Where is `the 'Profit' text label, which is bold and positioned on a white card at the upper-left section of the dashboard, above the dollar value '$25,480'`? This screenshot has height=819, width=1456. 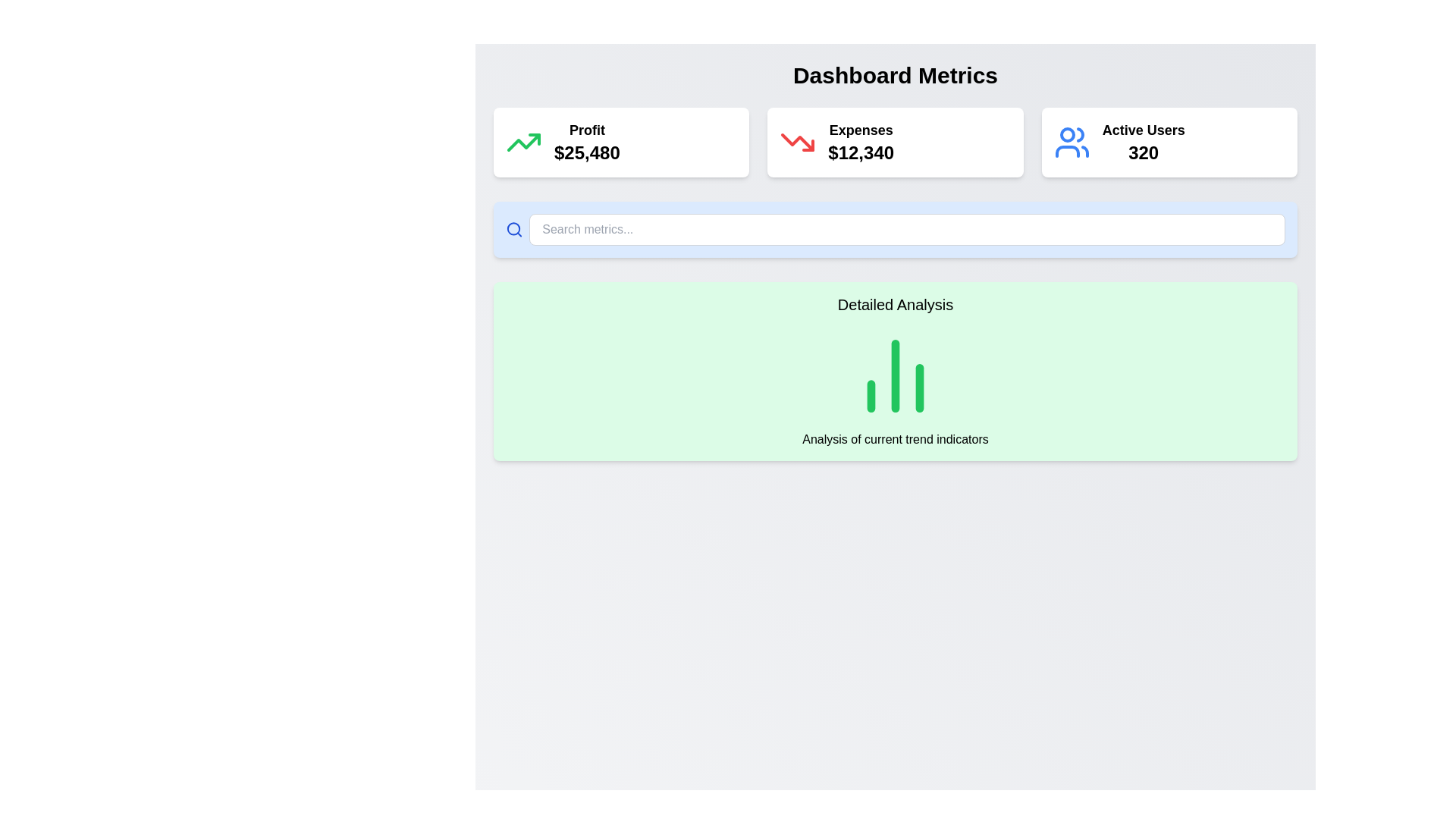 the 'Profit' text label, which is bold and positioned on a white card at the upper-left section of the dashboard, above the dollar value '$25,480' is located at coordinates (586, 130).